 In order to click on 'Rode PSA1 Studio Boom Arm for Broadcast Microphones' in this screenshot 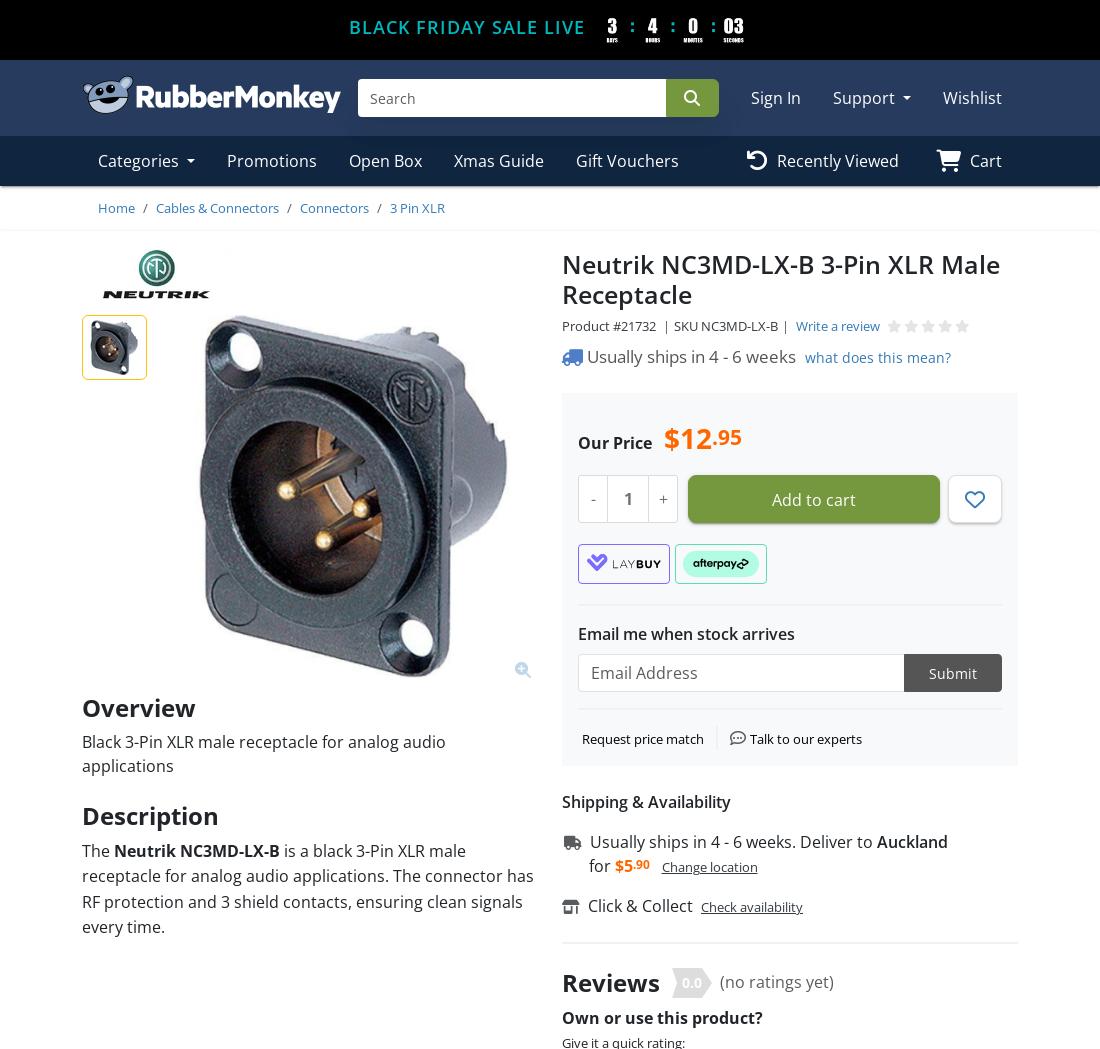, I will do `click(193, 312)`.